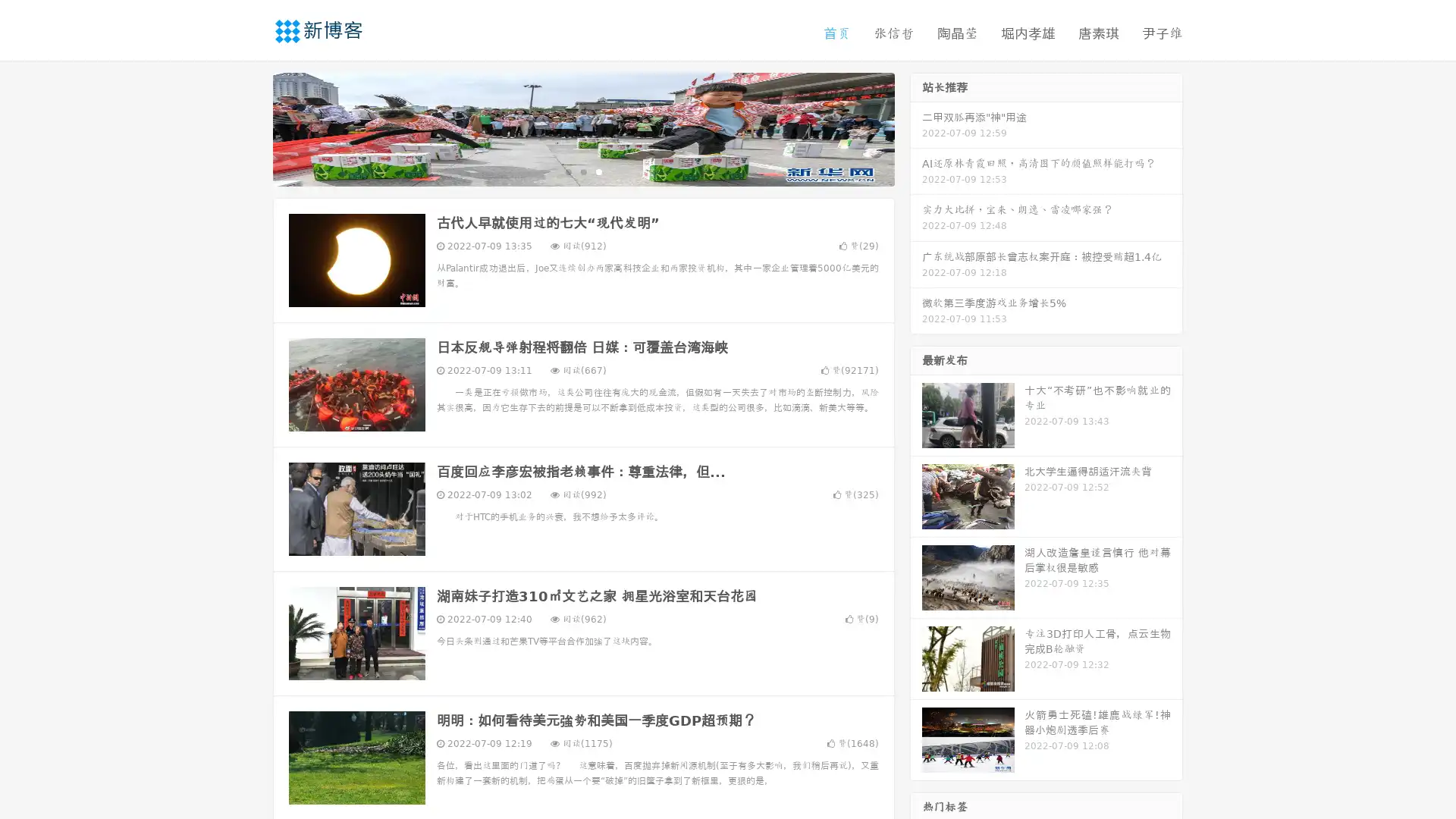 The height and width of the screenshot is (819, 1456). I want to click on Go to slide 2, so click(582, 171).